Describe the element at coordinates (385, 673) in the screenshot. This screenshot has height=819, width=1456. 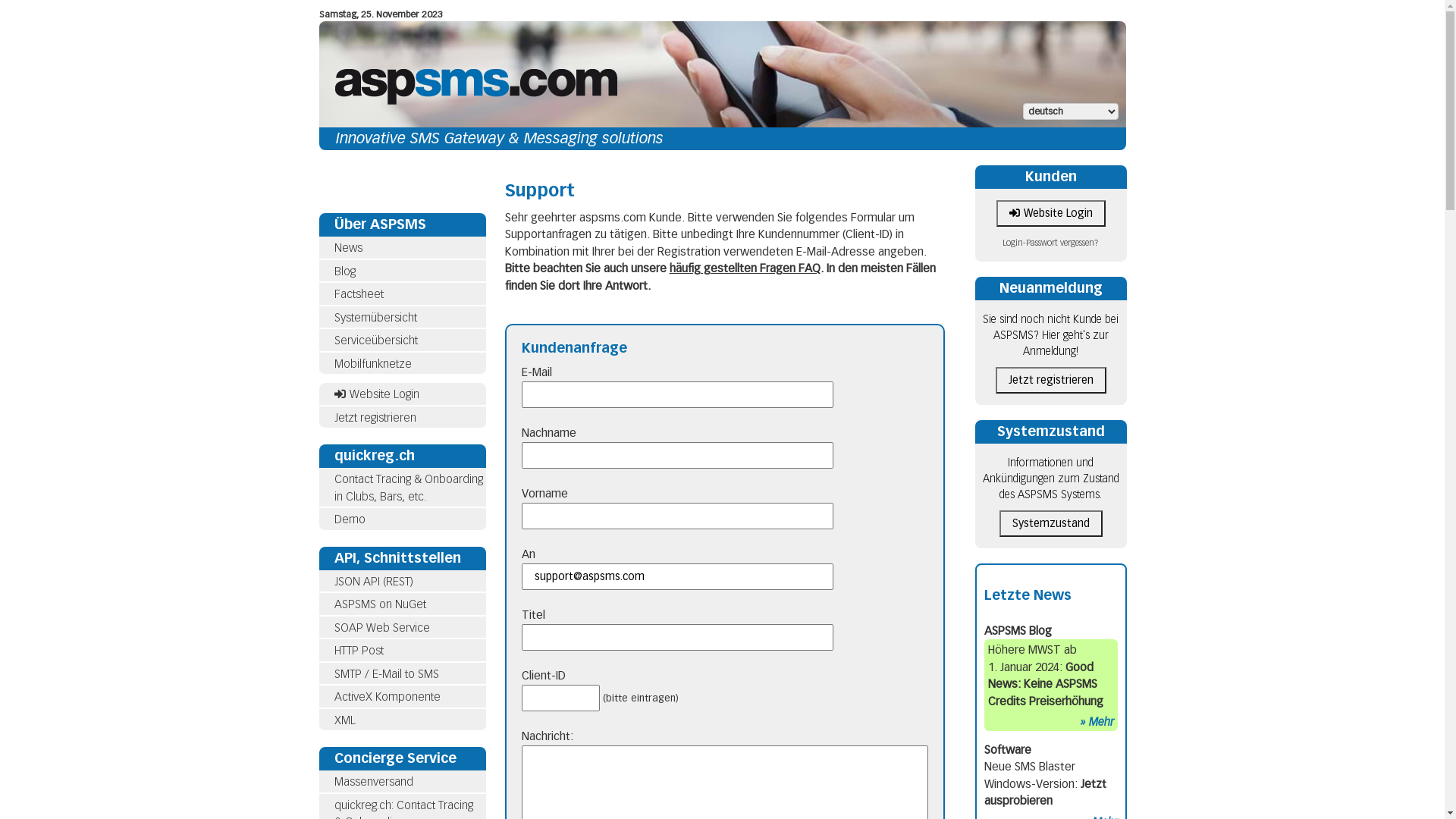
I see `'SMTP / E-Mail to SMS'` at that location.